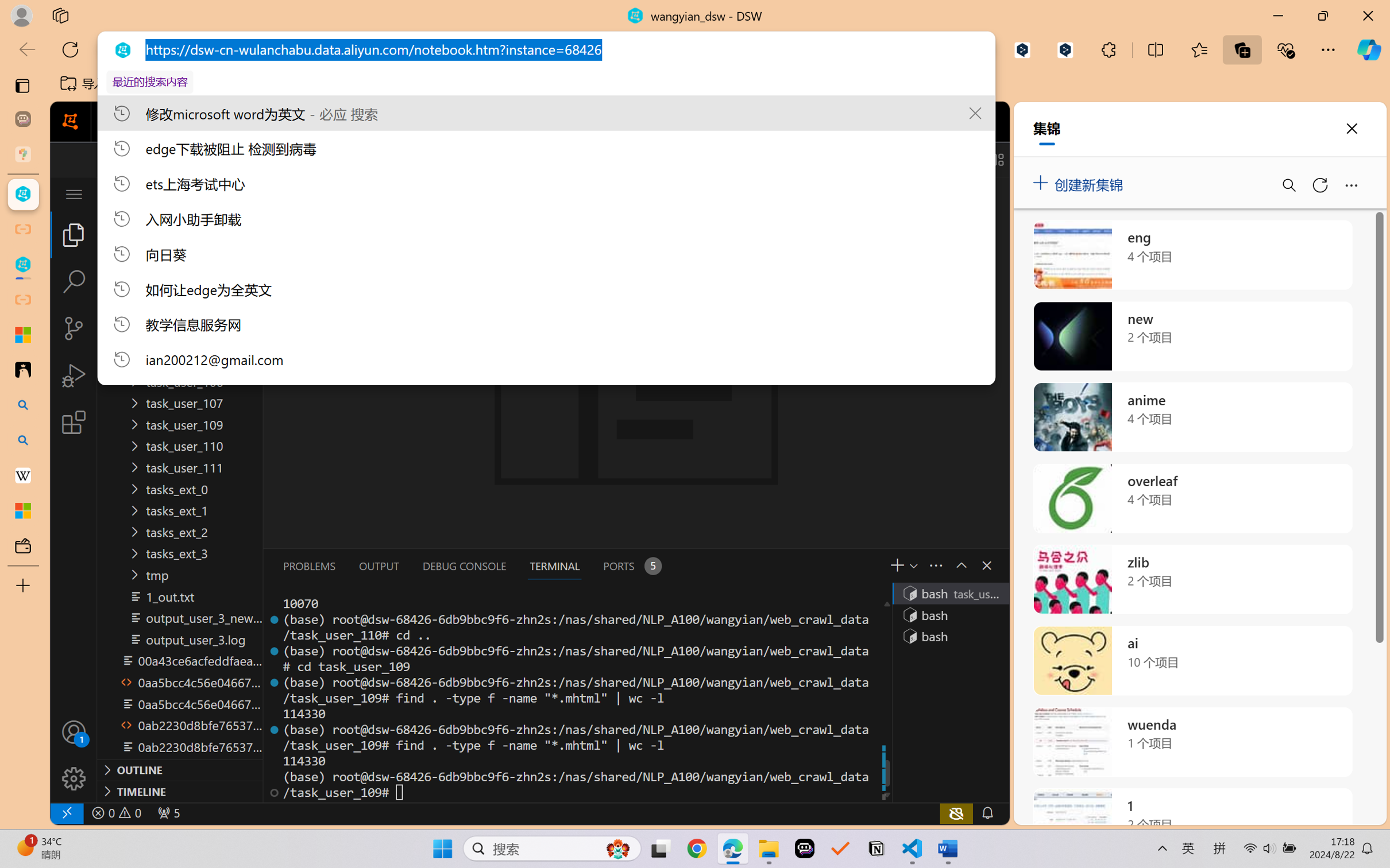  Describe the element at coordinates (73, 281) in the screenshot. I see `'Search (Ctrl+Shift+F)'` at that location.